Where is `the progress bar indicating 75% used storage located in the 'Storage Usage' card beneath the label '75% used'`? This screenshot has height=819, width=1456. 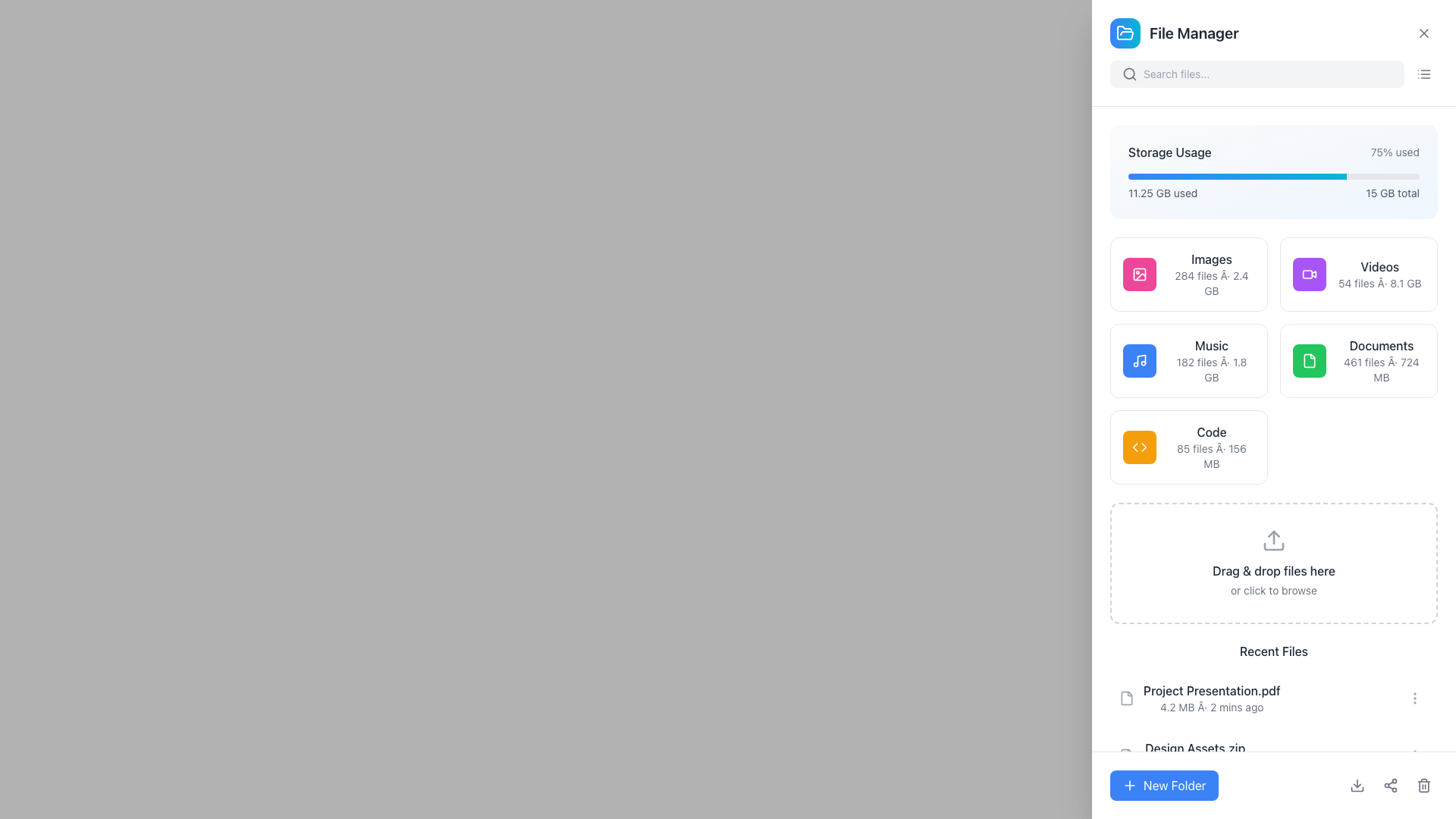 the progress bar indicating 75% used storage located in the 'Storage Usage' card beneath the label '75% used' is located at coordinates (1274, 175).